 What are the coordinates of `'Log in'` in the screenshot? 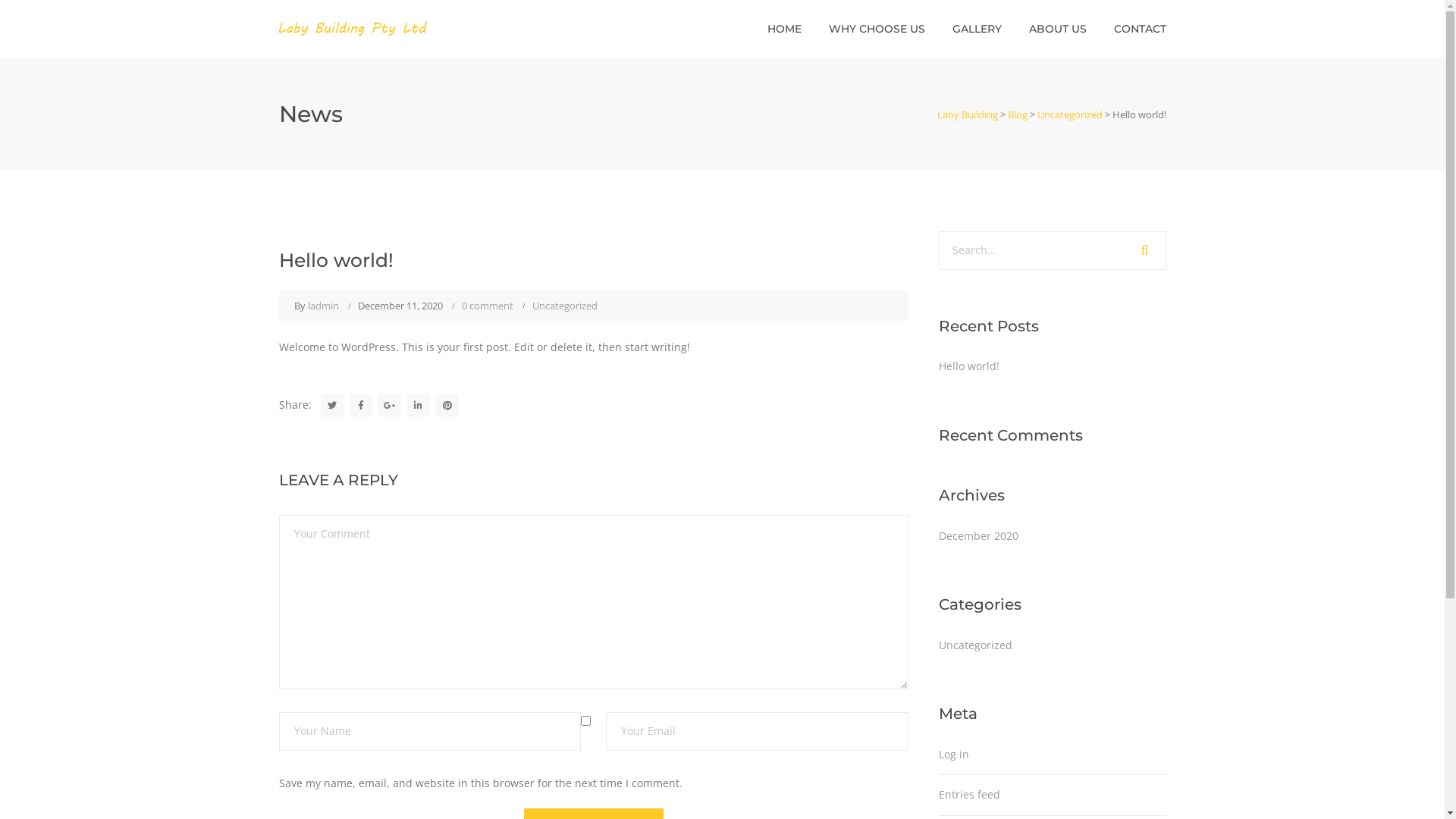 It's located at (938, 754).